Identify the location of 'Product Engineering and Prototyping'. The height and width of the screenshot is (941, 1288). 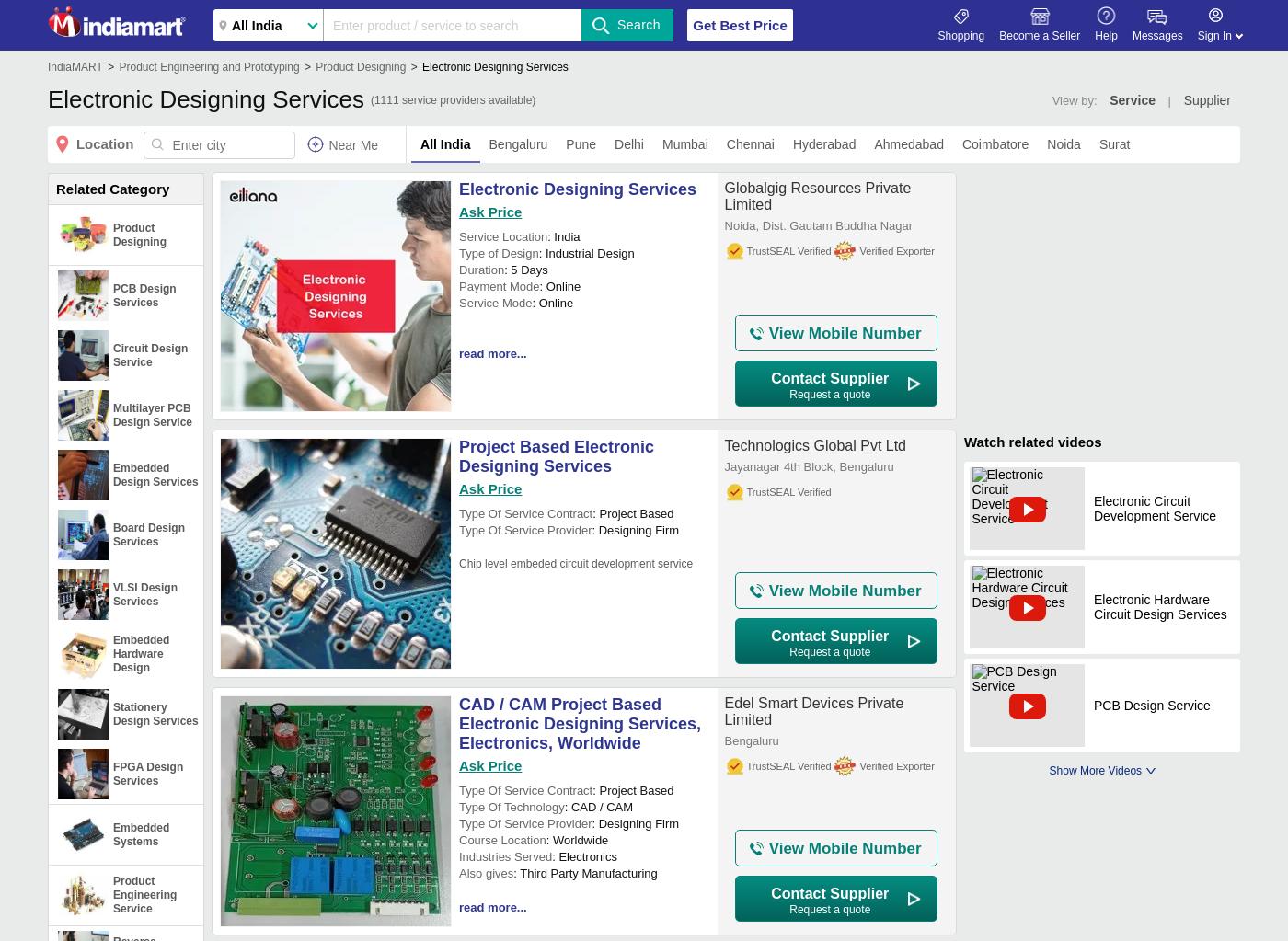
(208, 66).